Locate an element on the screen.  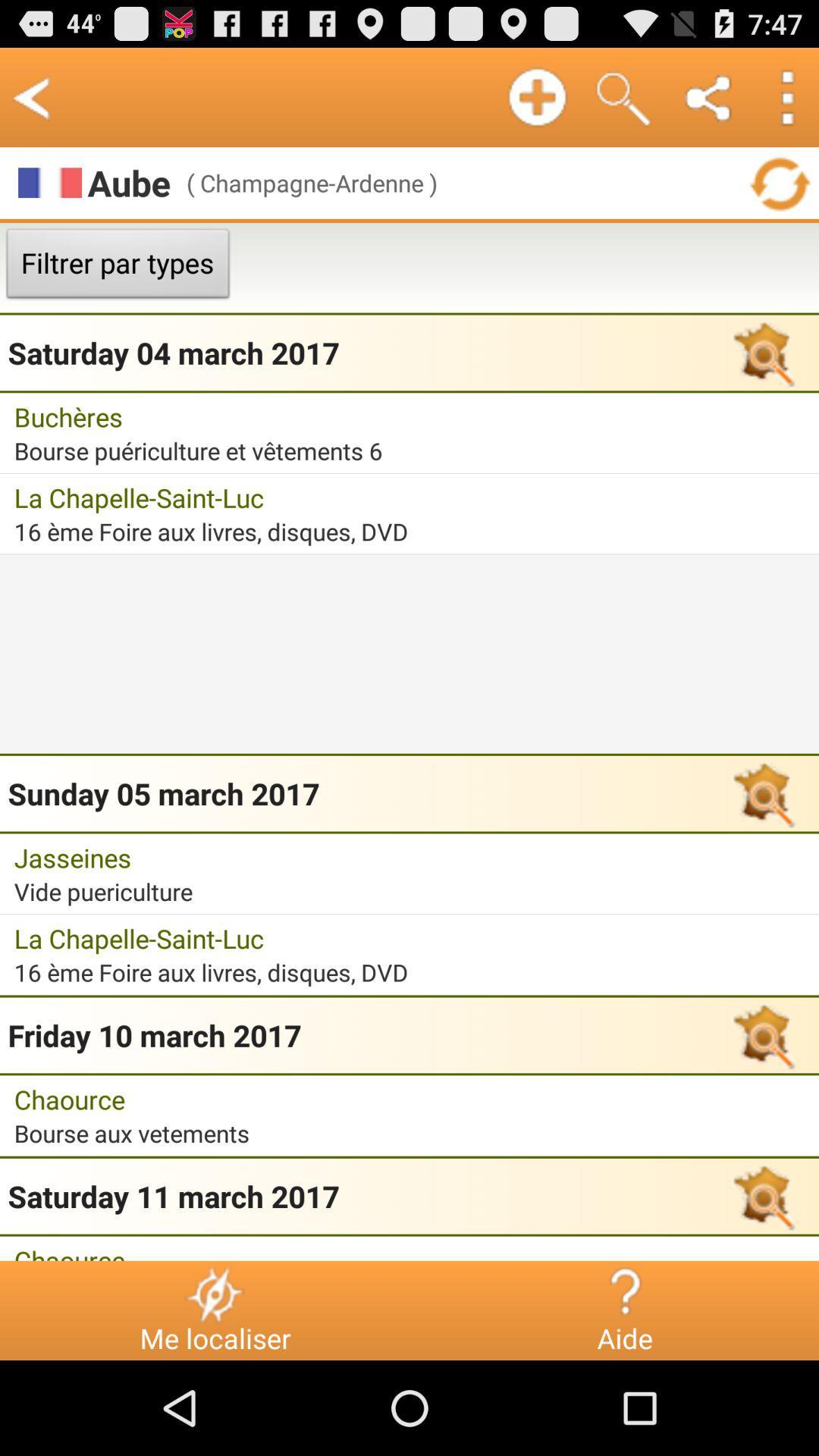
the add icon is located at coordinates (537, 96).